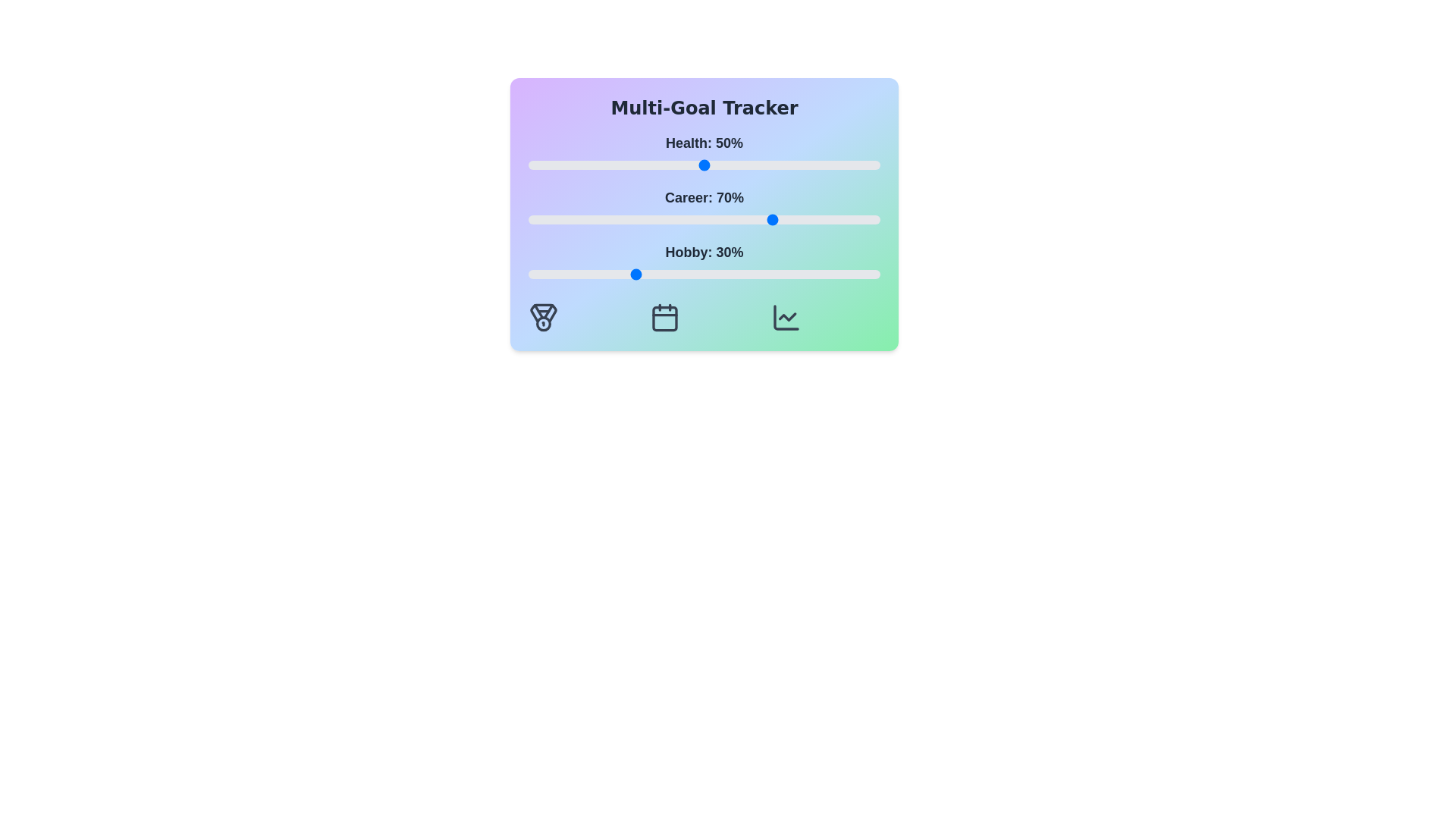 The image size is (1456, 819). Describe the element at coordinates (786, 317) in the screenshot. I see `the 'Chart' icon` at that location.